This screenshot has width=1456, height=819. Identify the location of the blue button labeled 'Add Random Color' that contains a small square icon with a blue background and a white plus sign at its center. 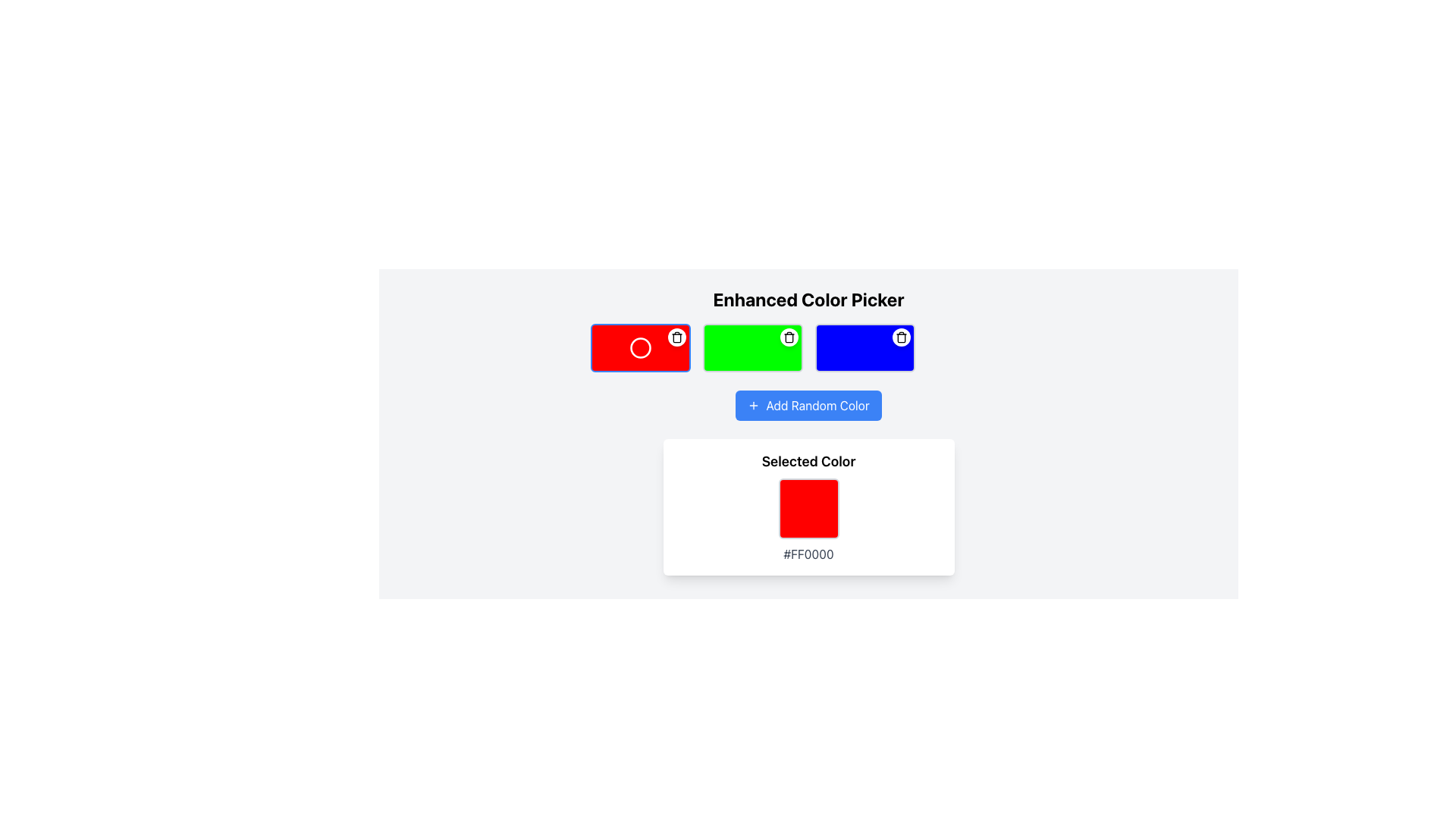
(754, 405).